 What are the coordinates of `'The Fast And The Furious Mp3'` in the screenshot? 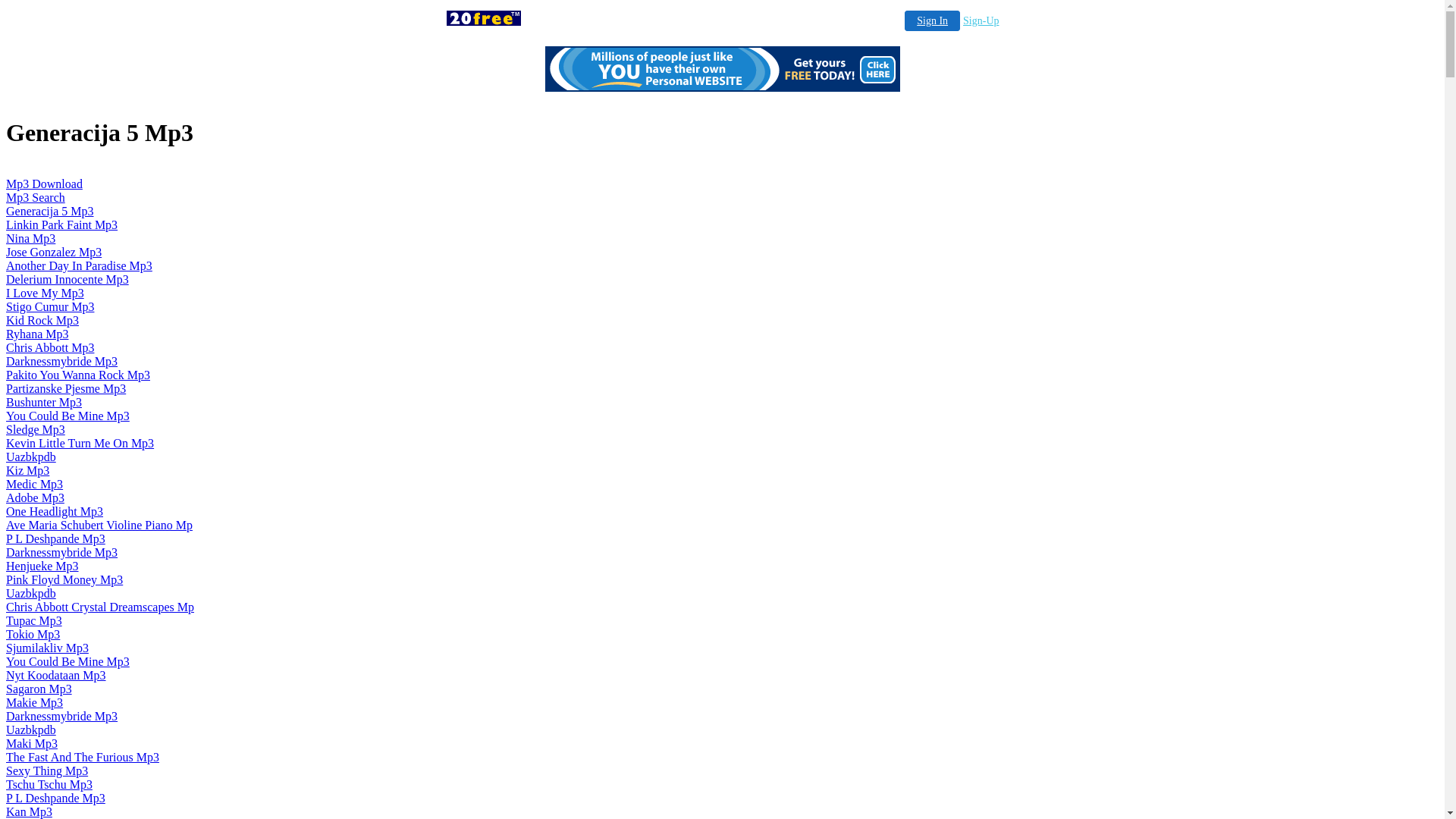 It's located at (82, 757).